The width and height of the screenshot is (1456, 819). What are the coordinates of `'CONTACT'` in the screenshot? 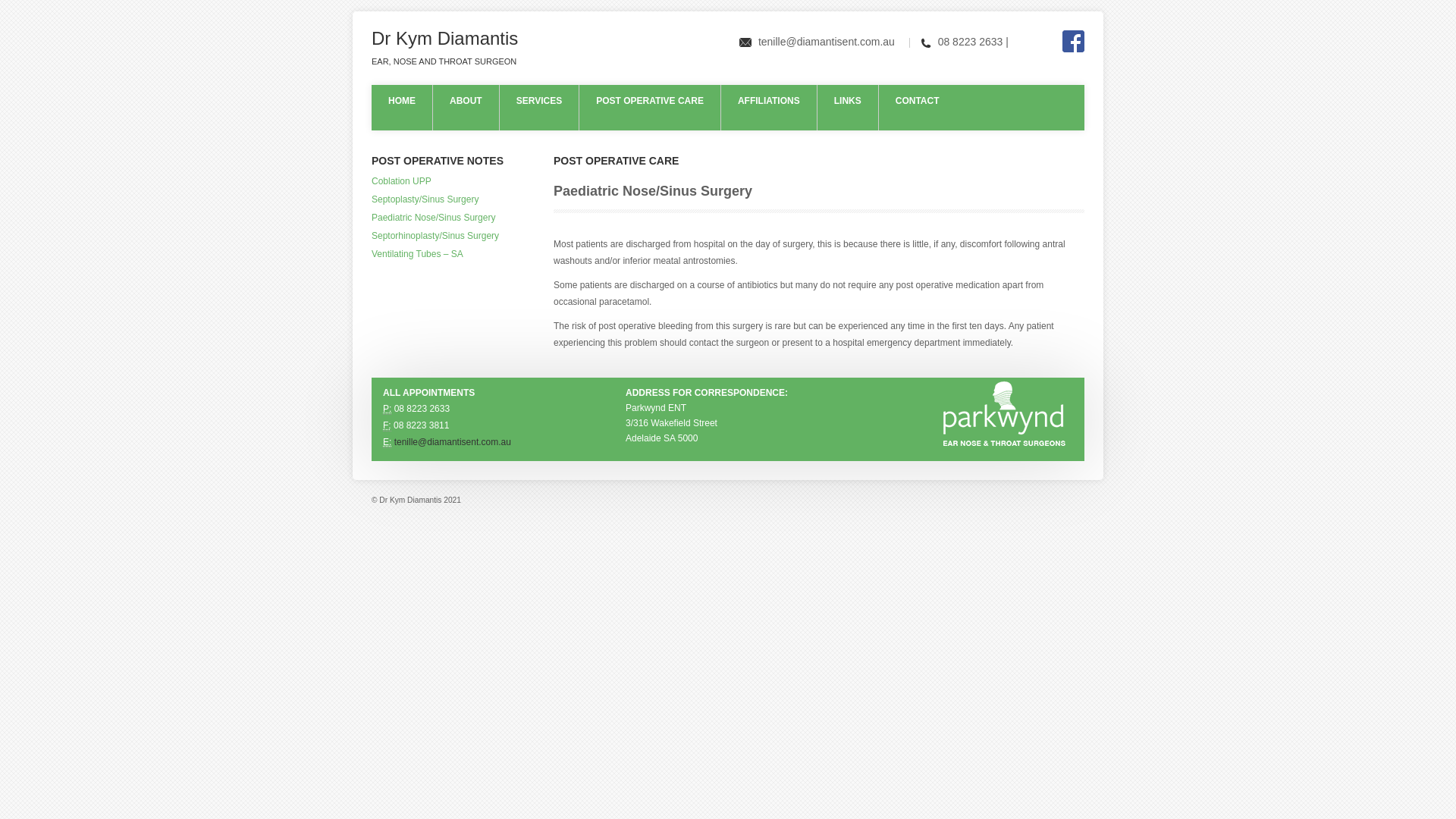 It's located at (895, 107).